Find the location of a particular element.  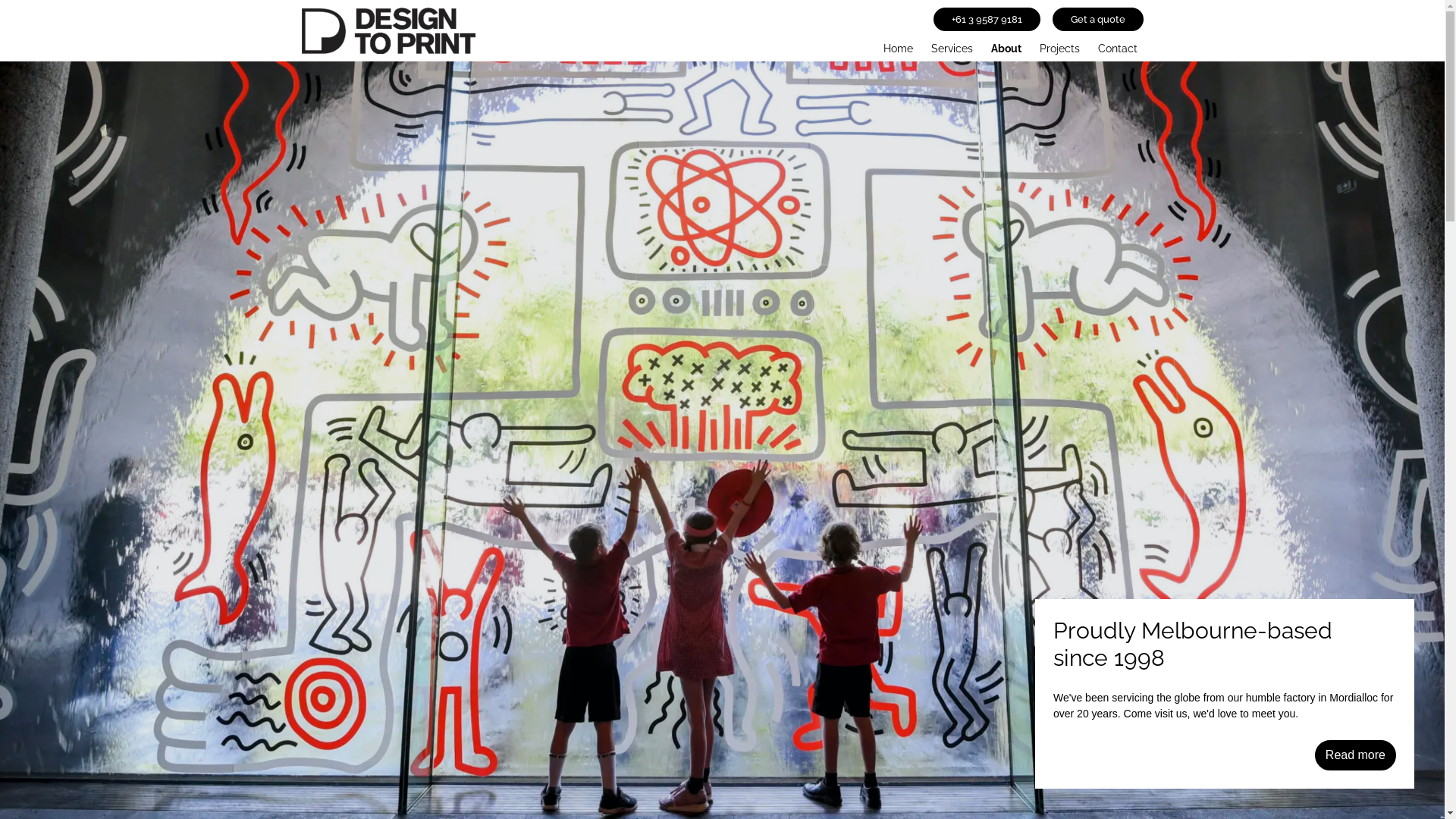

'Contact' is located at coordinates (1092, 45).